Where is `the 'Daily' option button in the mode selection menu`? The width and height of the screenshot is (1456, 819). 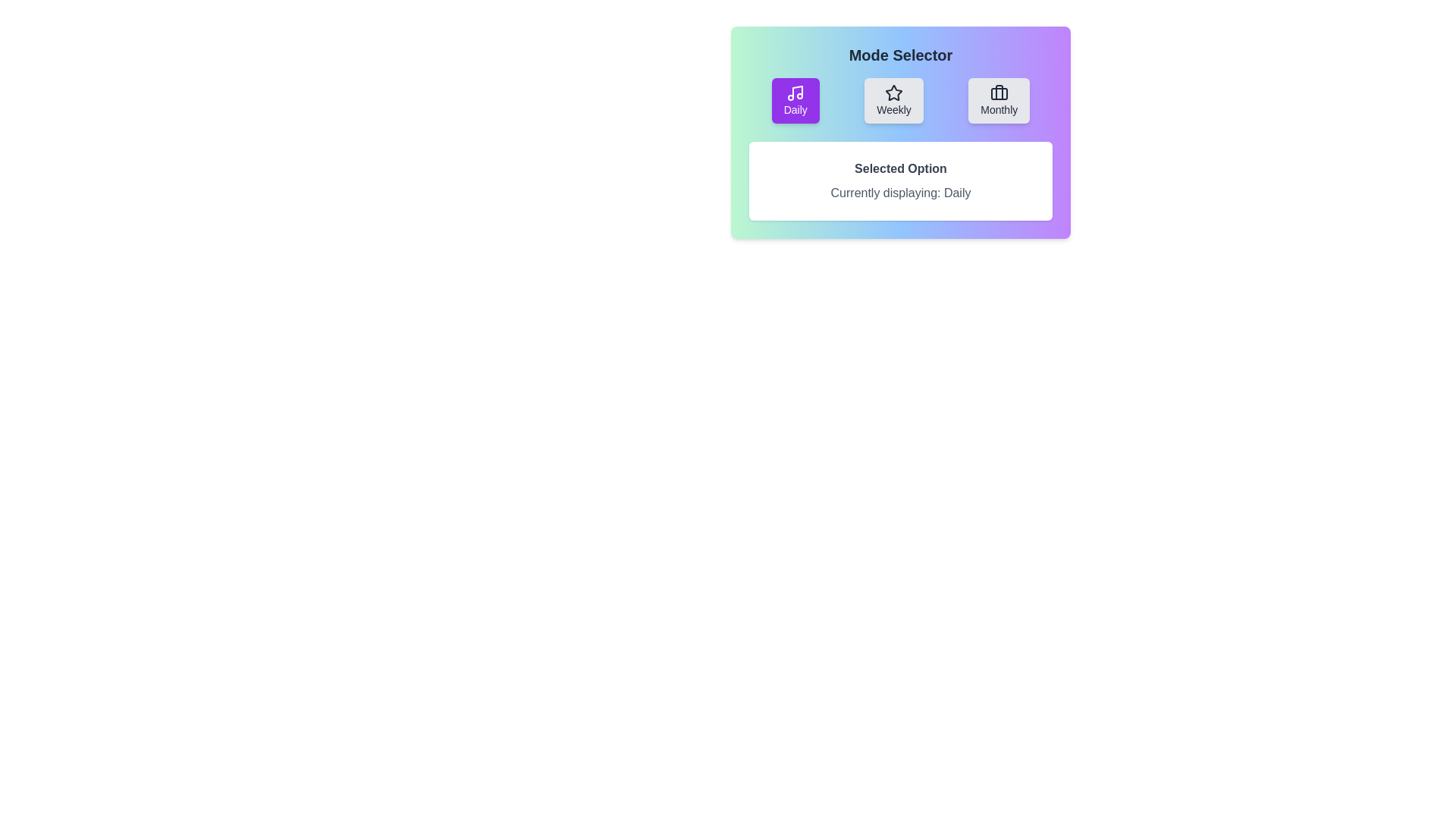
the 'Daily' option button in the mode selection menu is located at coordinates (795, 100).